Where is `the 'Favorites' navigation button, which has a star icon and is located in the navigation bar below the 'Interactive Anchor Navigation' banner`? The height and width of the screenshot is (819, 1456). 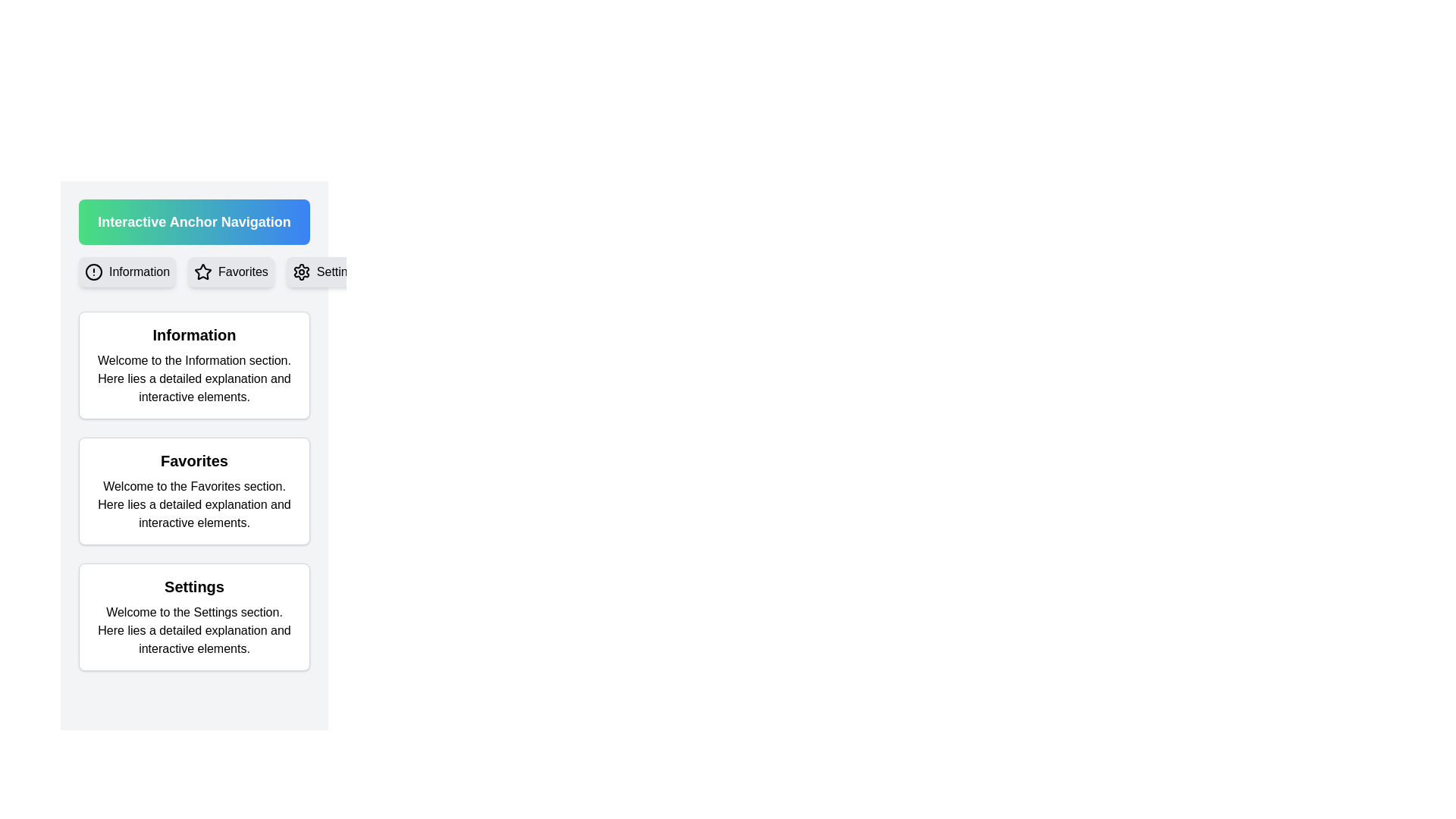
the 'Favorites' navigation button, which has a star icon and is located in the navigation bar below the 'Interactive Anchor Navigation' banner is located at coordinates (193, 271).